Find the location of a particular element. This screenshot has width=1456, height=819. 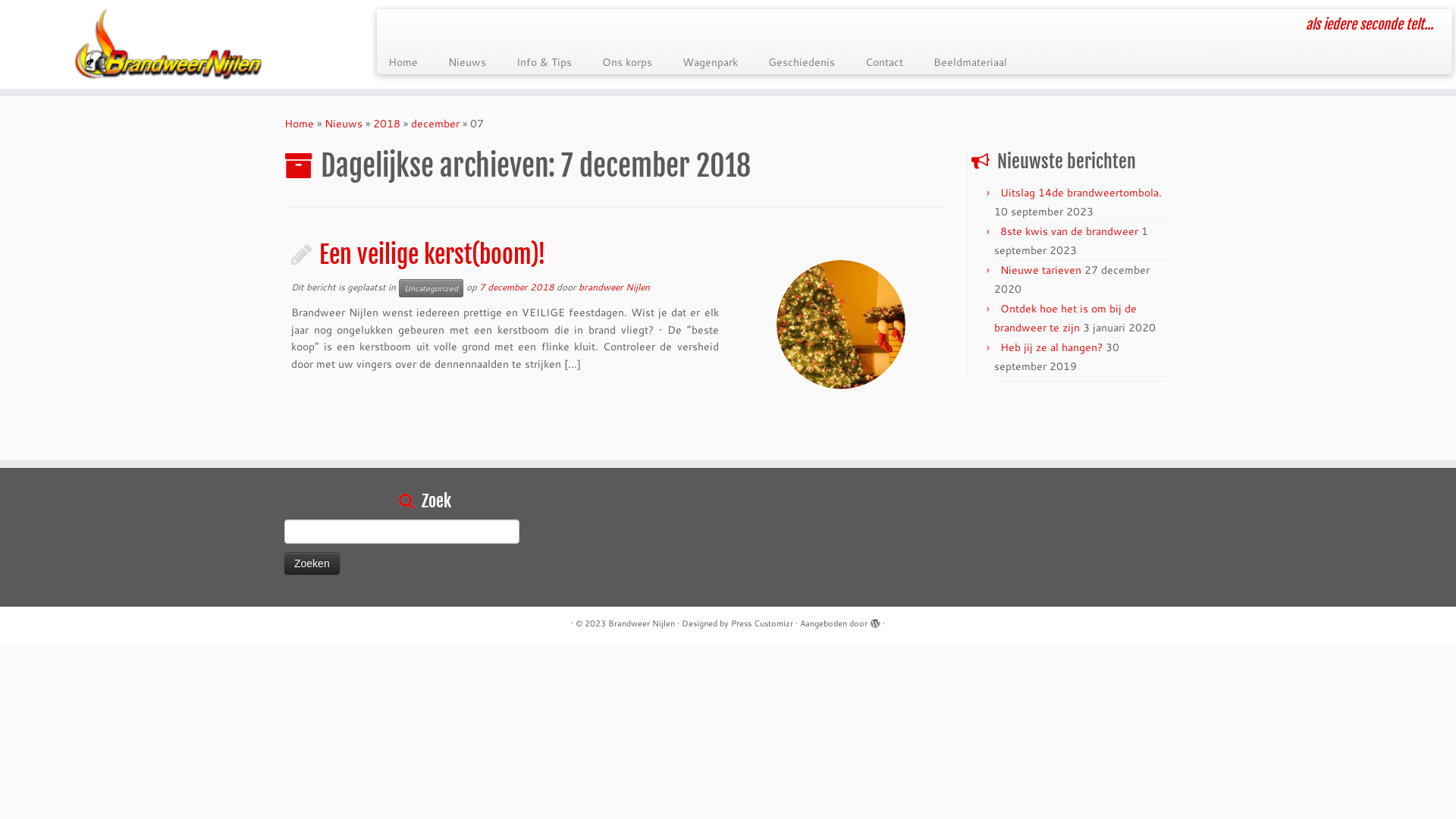

'Zoeken' is located at coordinates (284, 563).